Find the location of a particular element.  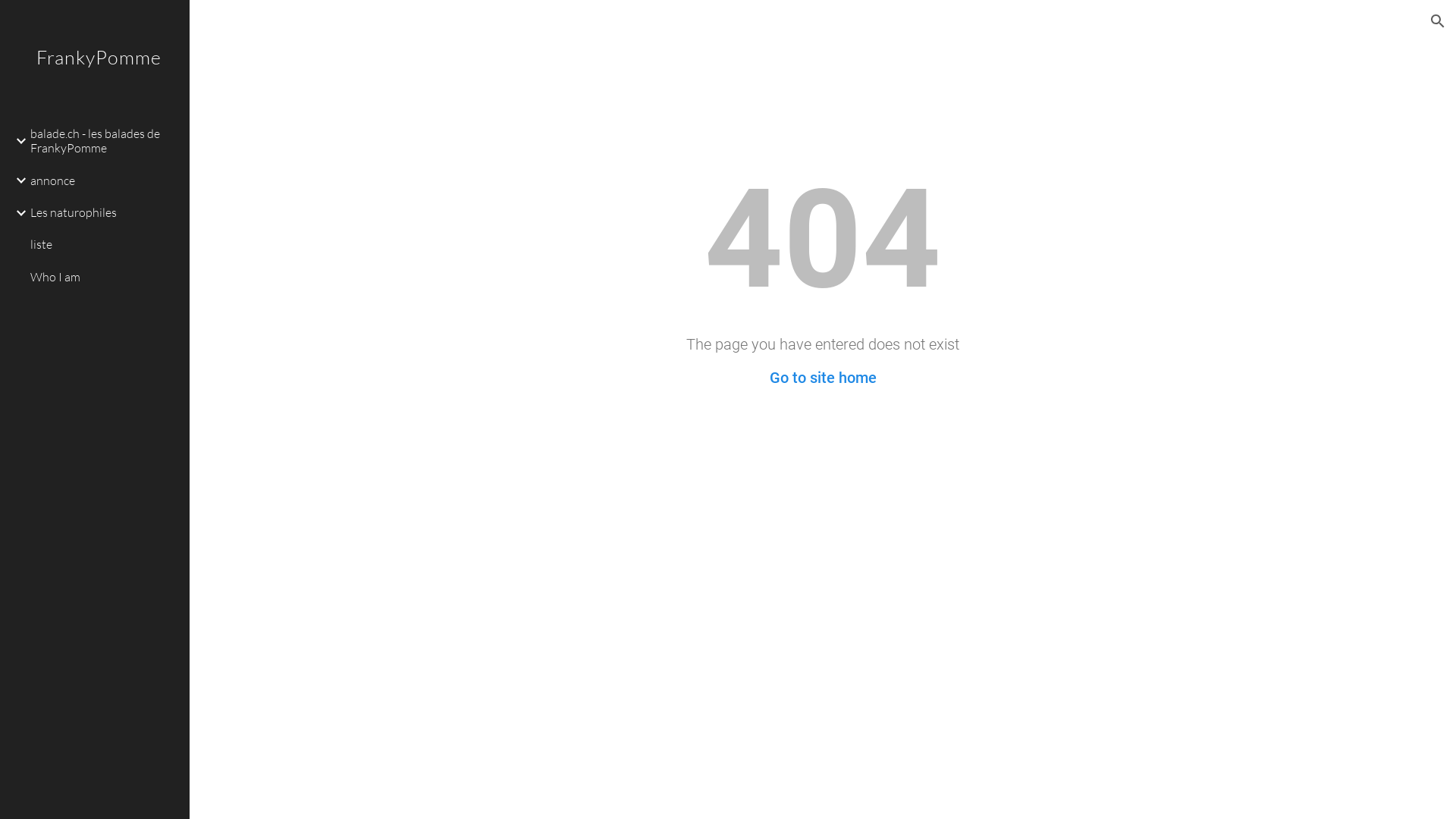

'balade.ch - les balades de FrankyPomme' is located at coordinates (103, 140).